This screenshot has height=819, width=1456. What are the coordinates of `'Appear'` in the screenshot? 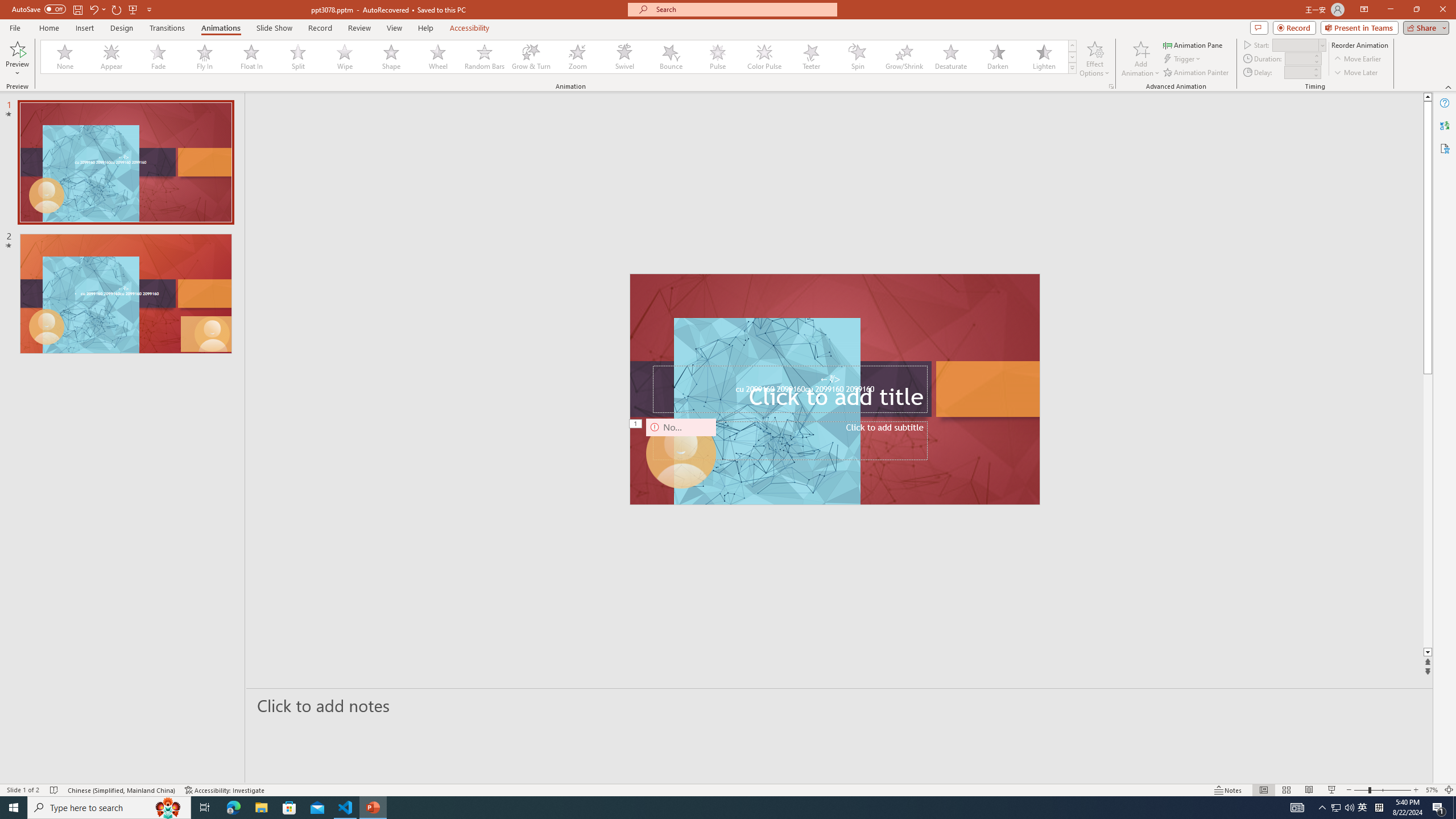 It's located at (111, 56).